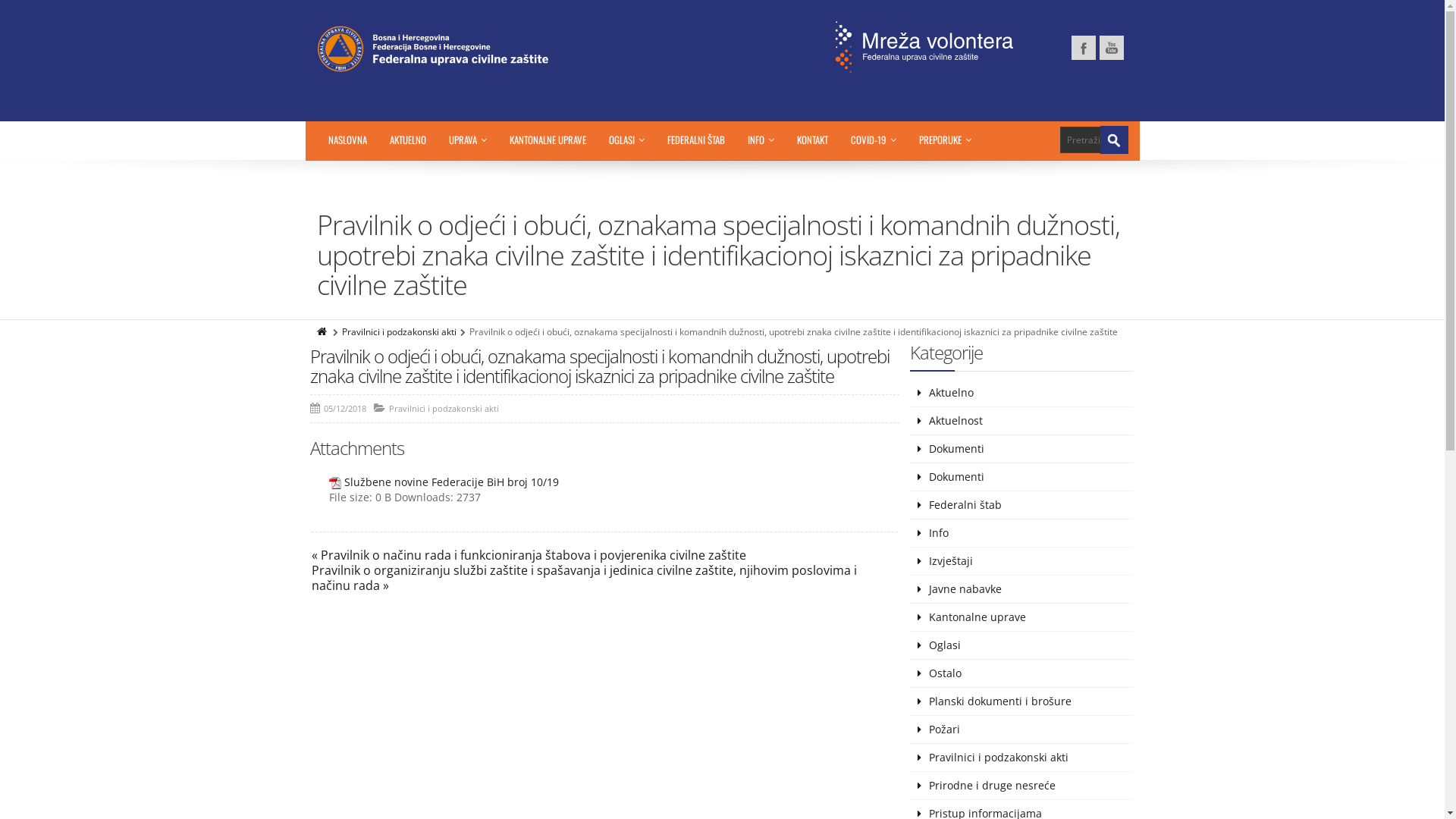 The height and width of the screenshot is (819, 1456). I want to click on 'AKTUELNO', so click(407, 140).